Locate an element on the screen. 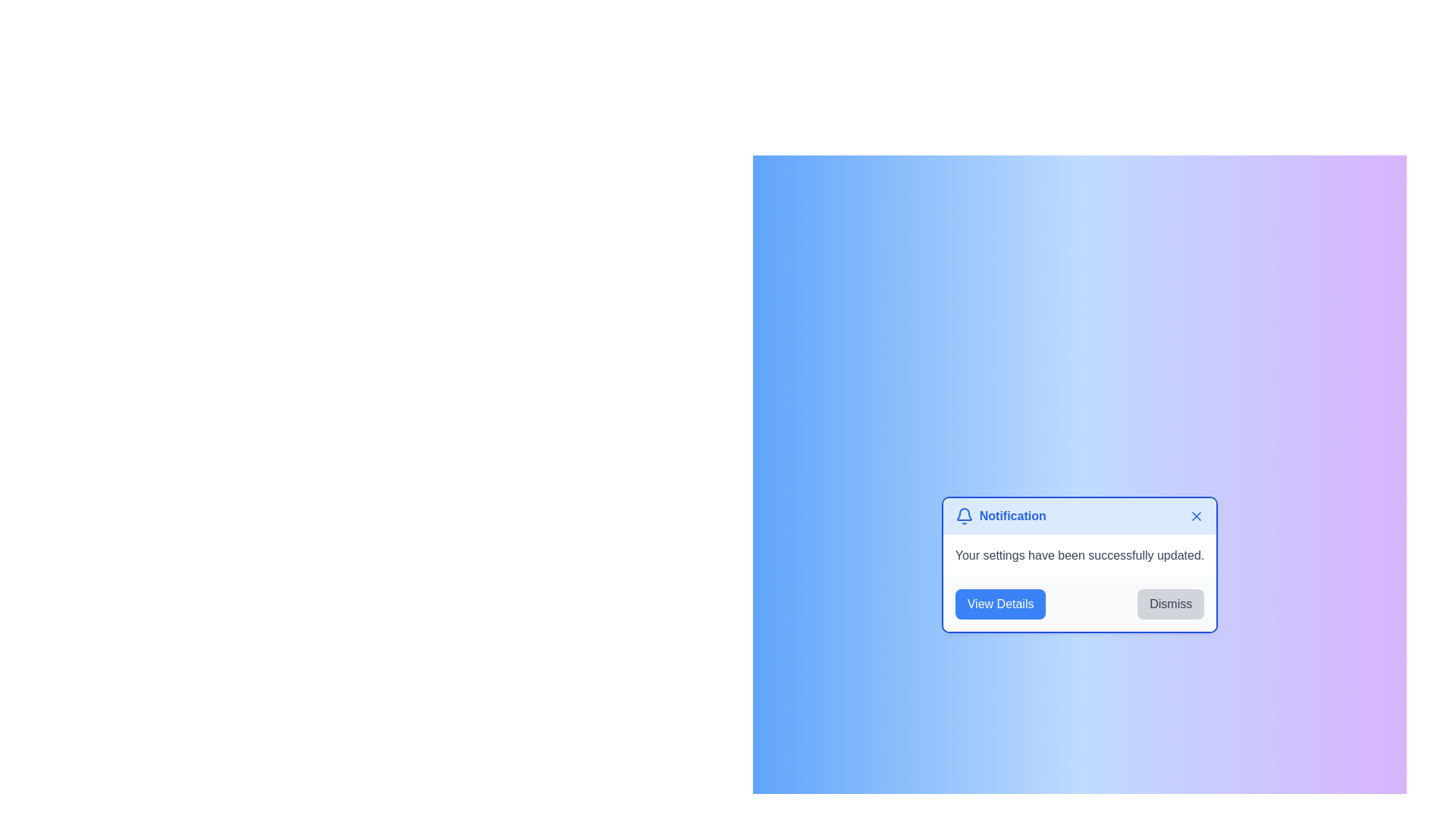 The height and width of the screenshot is (819, 1456). the close button located at the top-right corner of the notification banner is located at coordinates (1196, 516).